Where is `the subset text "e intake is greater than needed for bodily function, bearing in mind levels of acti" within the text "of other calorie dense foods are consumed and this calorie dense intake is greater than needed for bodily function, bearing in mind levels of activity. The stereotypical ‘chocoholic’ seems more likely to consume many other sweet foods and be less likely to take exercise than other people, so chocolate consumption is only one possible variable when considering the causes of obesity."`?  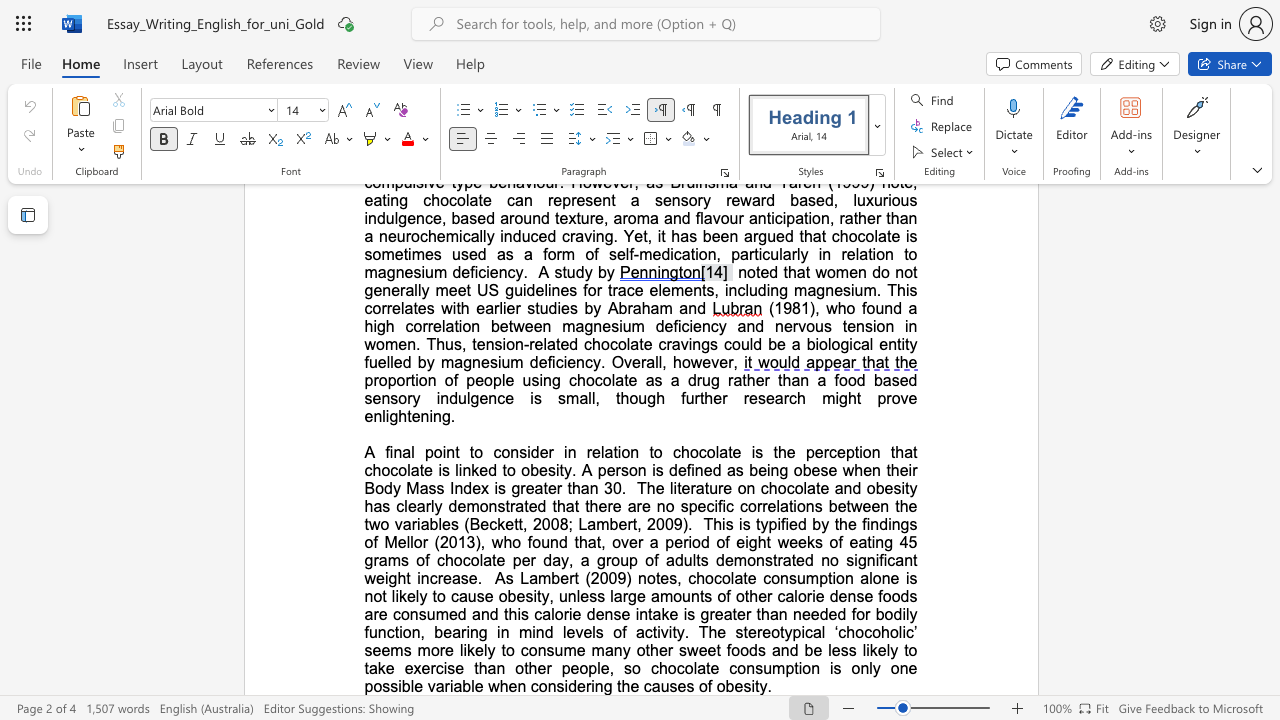 the subset text "e intake is greater than needed for bodily function, bearing in mind levels of acti" within the text "of other calorie dense foods are consumed and this calorie dense intake is greater than needed for bodily function, bearing in mind levels of activity. The stereotypical ‘chocoholic’ seems more likely to consume many other sweet foods and be less likely to take exercise than other people, so chocolate consumption is only one possible variable when considering the causes of obesity." is located at coordinates (620, 613).